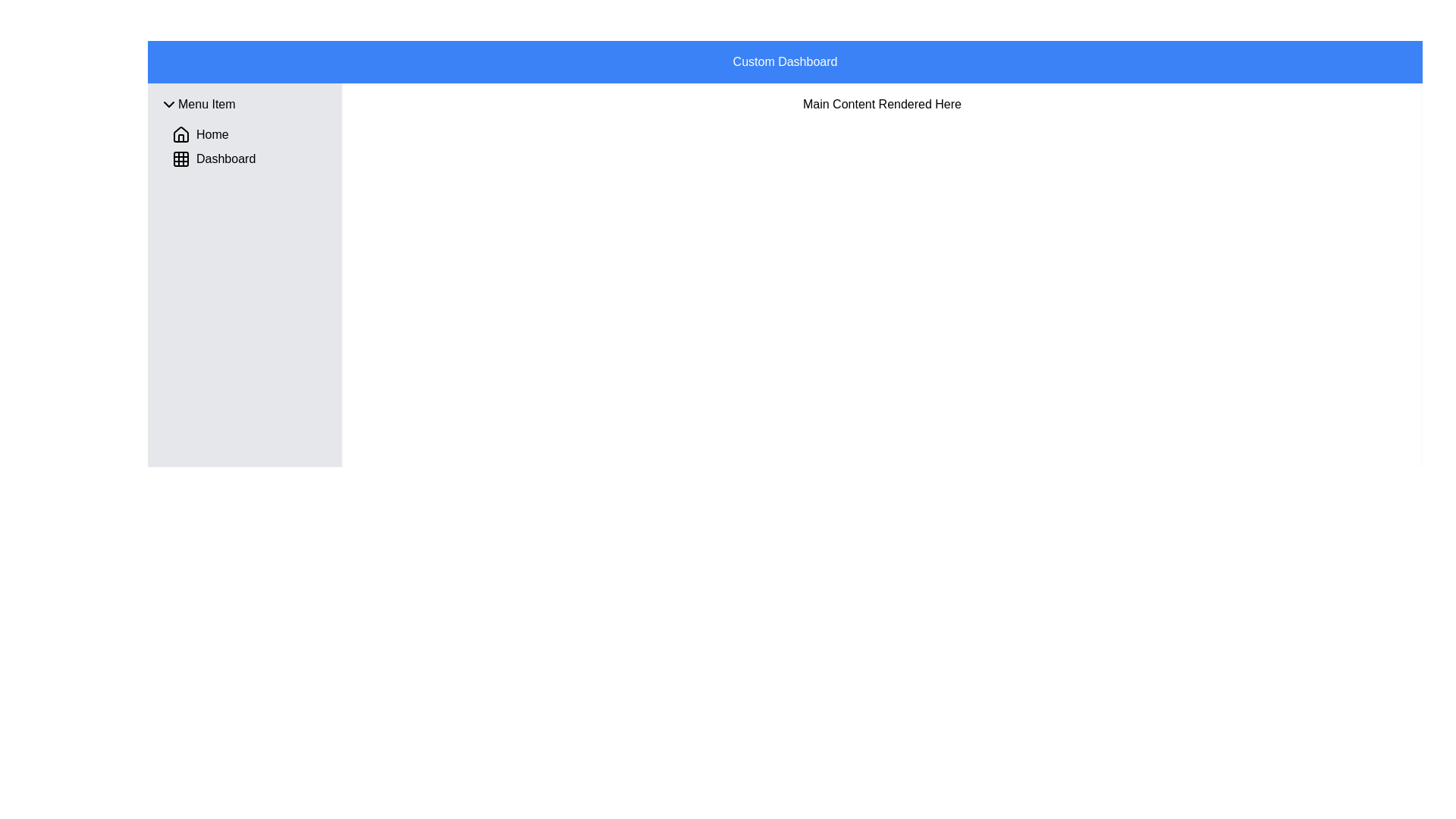  Describe the element at coordinates (213, 158) in the screenshot. I see `the navigation button located in the left-hand side navigation bar beneath the 'Home' menu item` at that location.